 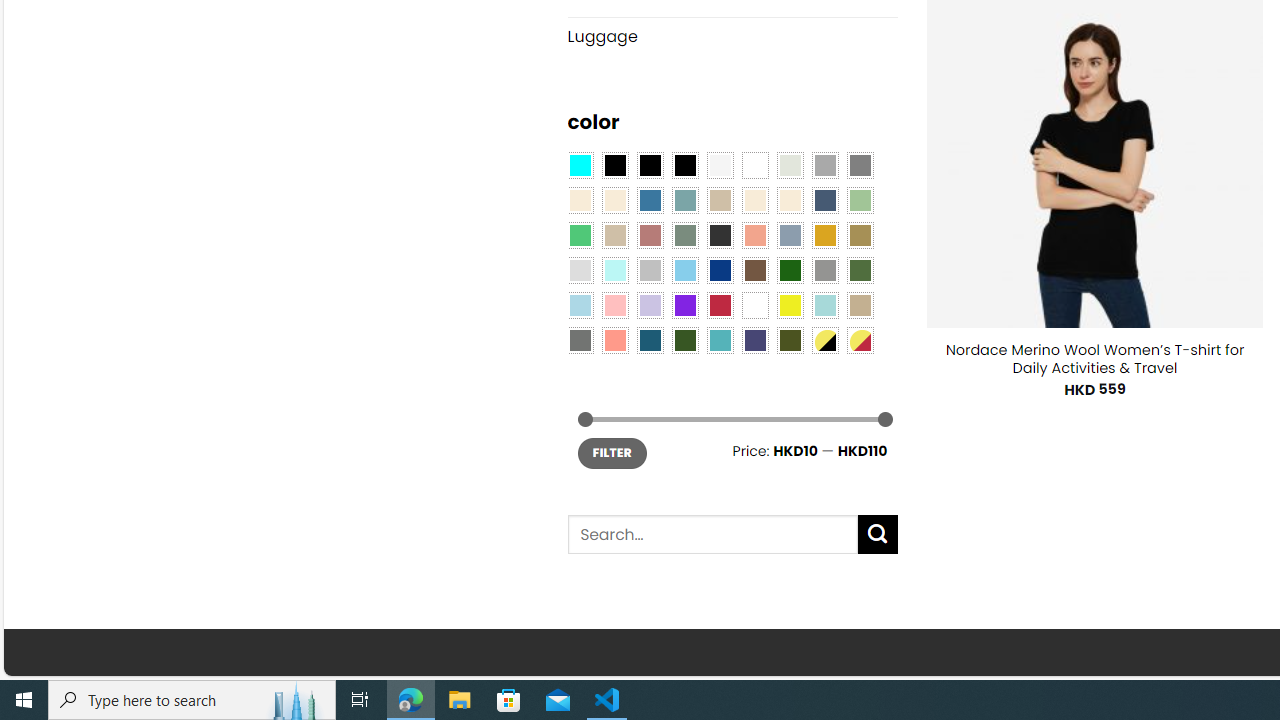 What do you see at coordinates (684, 163) in the screenshot?
I see `'Black-Brown'` at bounding box center [684, 163].